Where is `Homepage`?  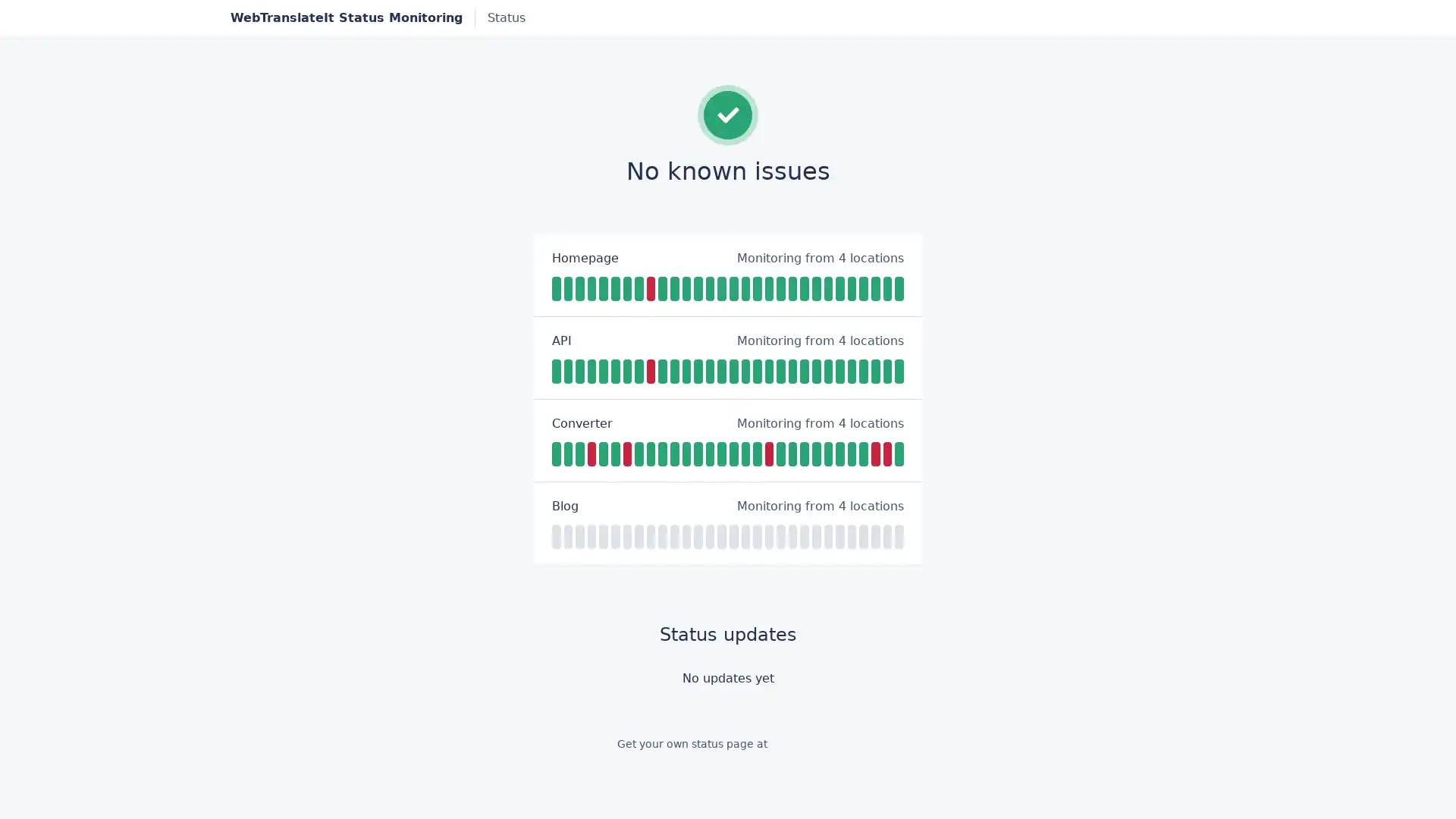 Homepage is located at coordinates (585, 256).